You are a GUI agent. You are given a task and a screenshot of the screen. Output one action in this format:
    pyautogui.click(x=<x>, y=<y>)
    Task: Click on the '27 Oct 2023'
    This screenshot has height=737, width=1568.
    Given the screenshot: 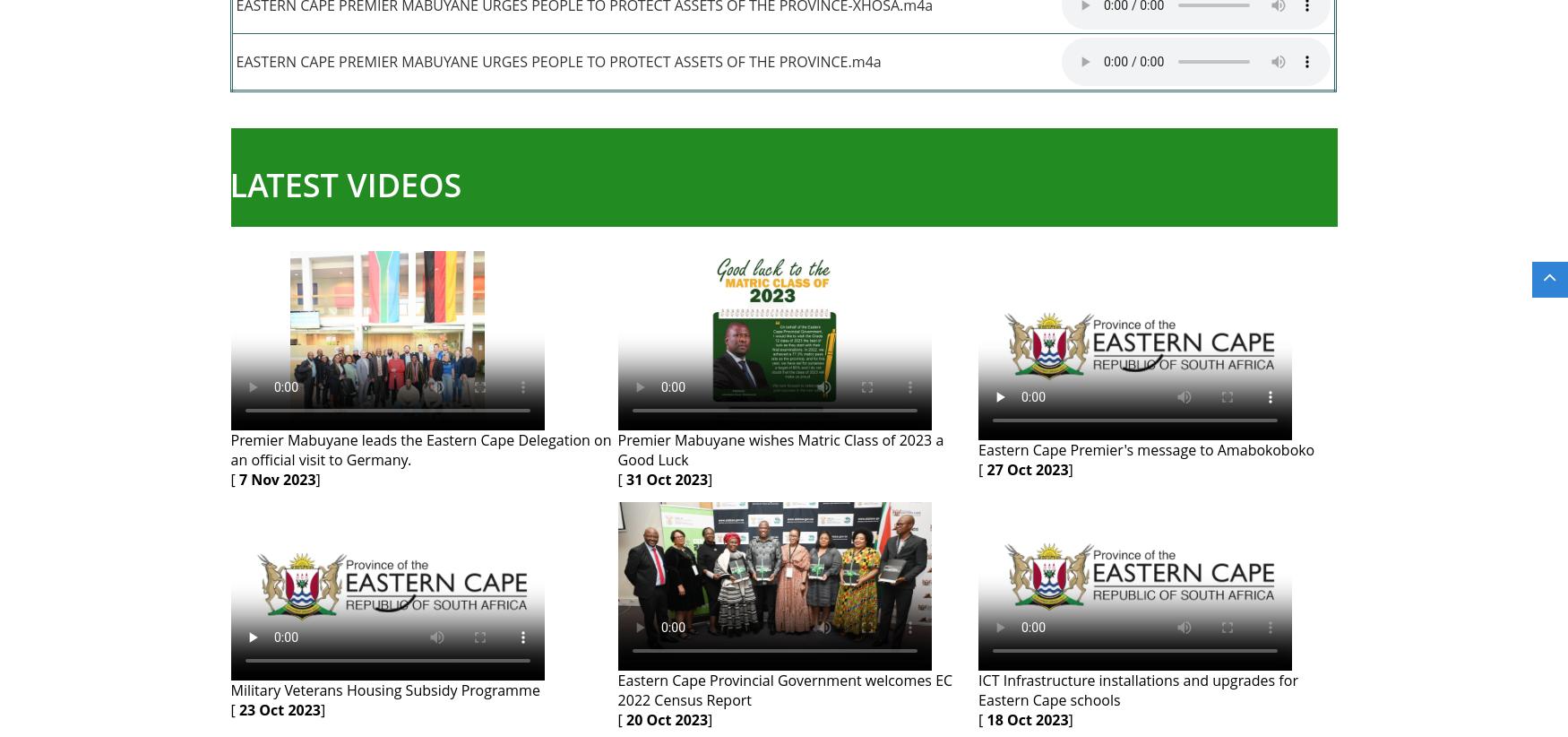 What is the action you would take?
    pyautogui.click(x=1026, y=468)
    